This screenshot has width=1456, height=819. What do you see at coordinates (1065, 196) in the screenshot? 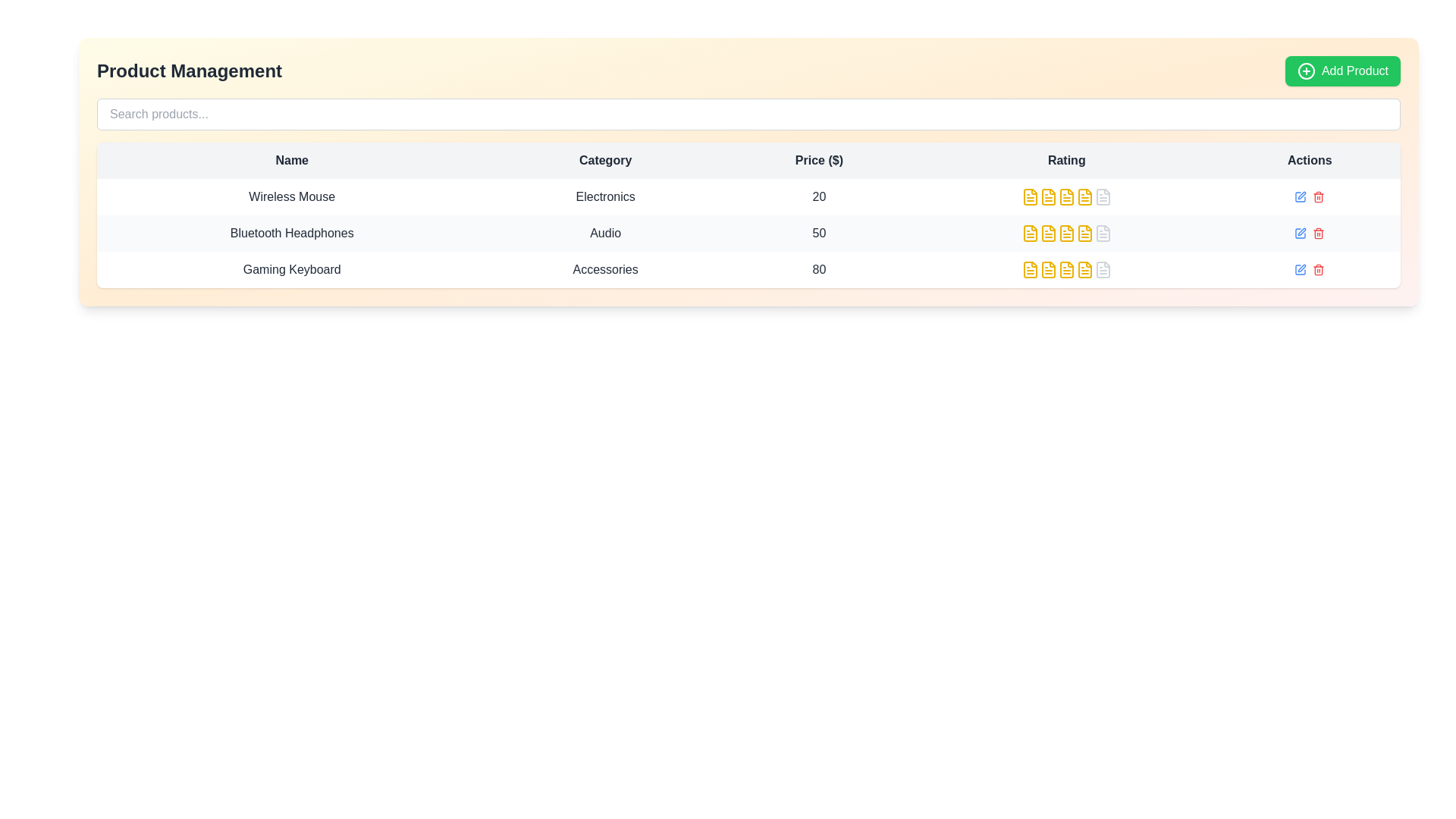
I see `the third document icon in the second row of the 'Rating' column` at bounding box center [1065, 196].